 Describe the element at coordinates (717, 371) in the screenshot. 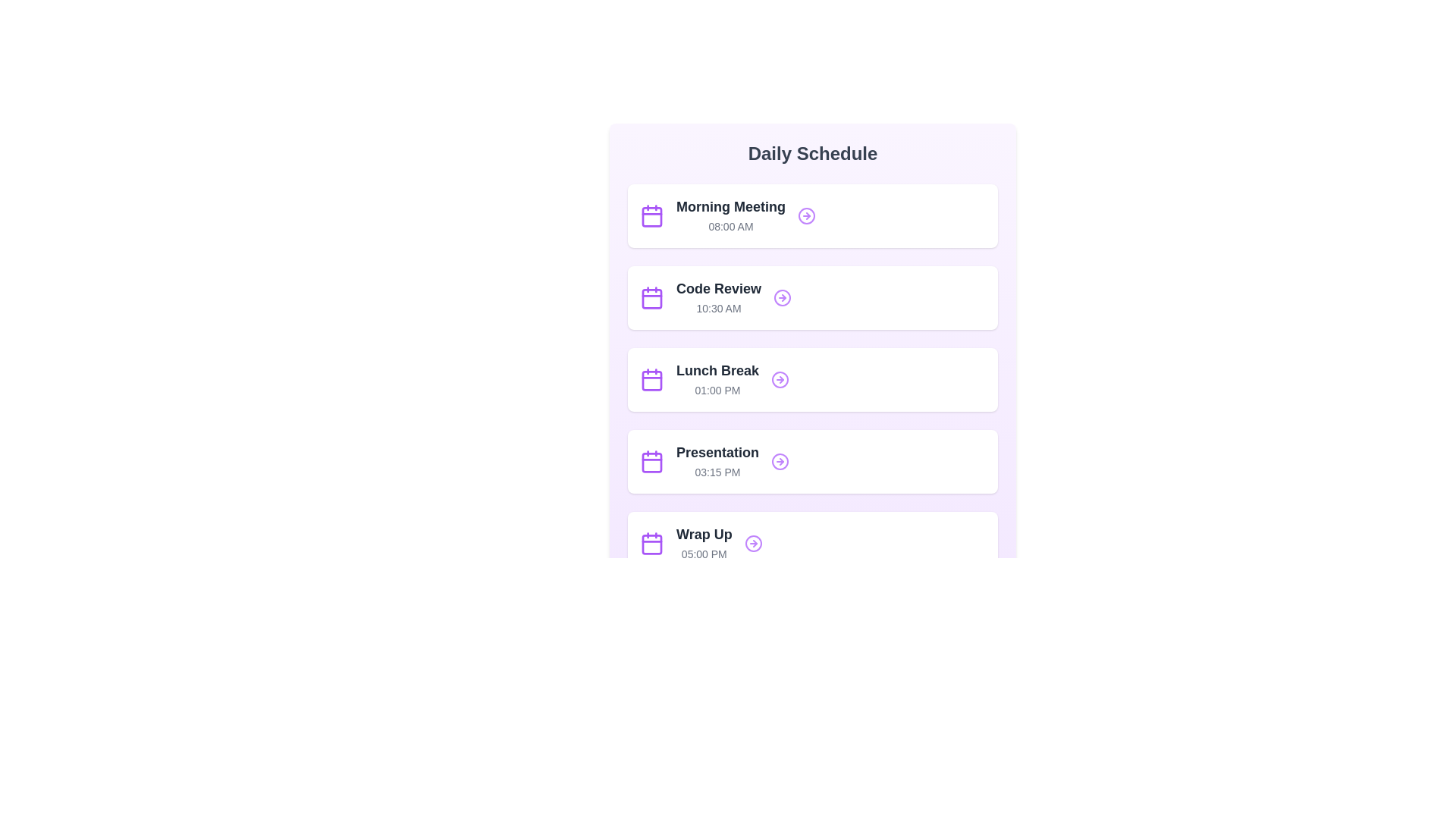

I see `text content of the title label that describes the scheduled activity, which is positioned above the time text '01:00 PM' in the third item of the vertical list of schedule elements` at that location.